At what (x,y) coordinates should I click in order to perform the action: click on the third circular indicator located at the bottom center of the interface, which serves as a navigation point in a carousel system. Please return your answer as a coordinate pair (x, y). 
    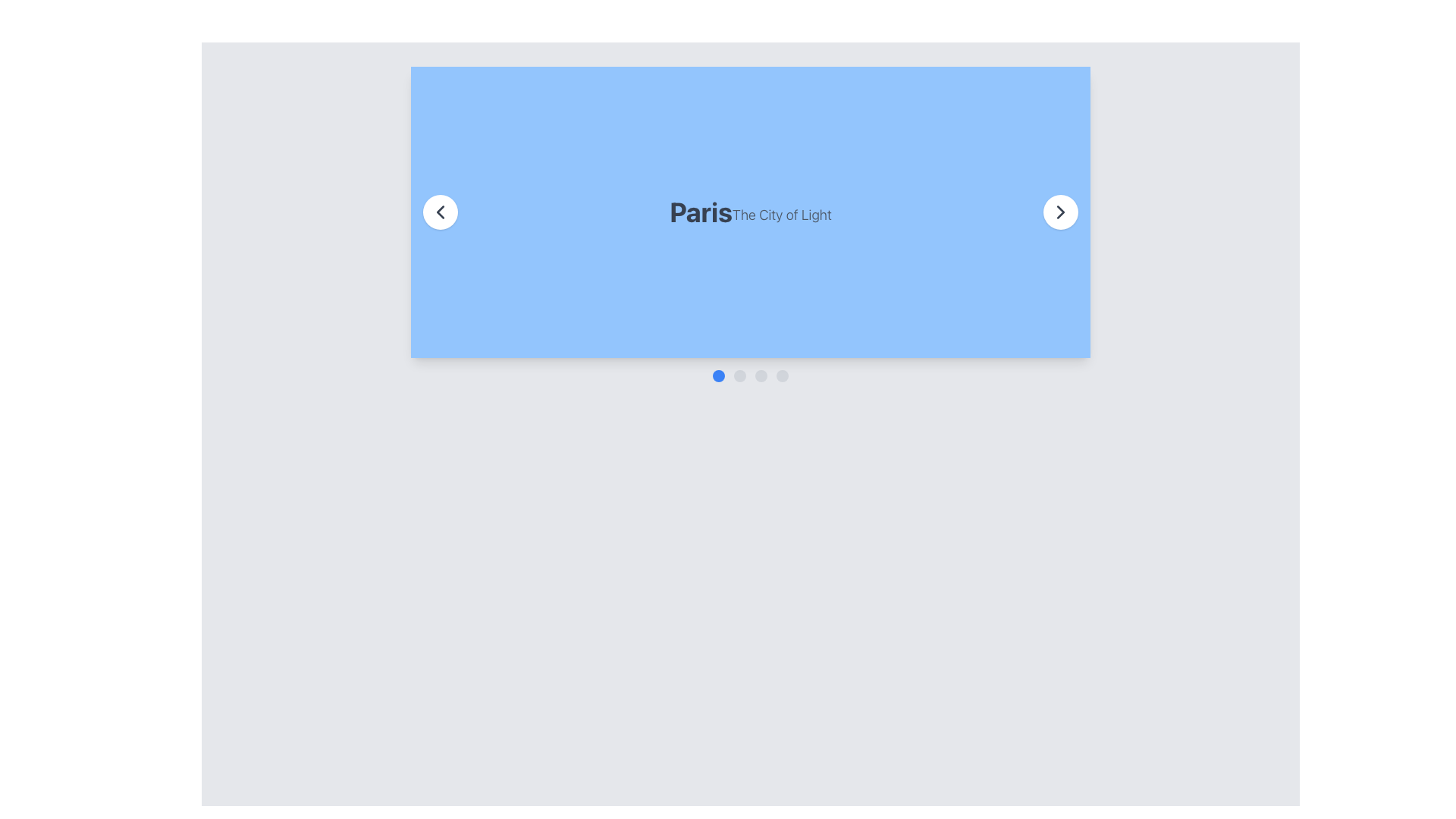
    Looking at the image, I should click on (761, 375).